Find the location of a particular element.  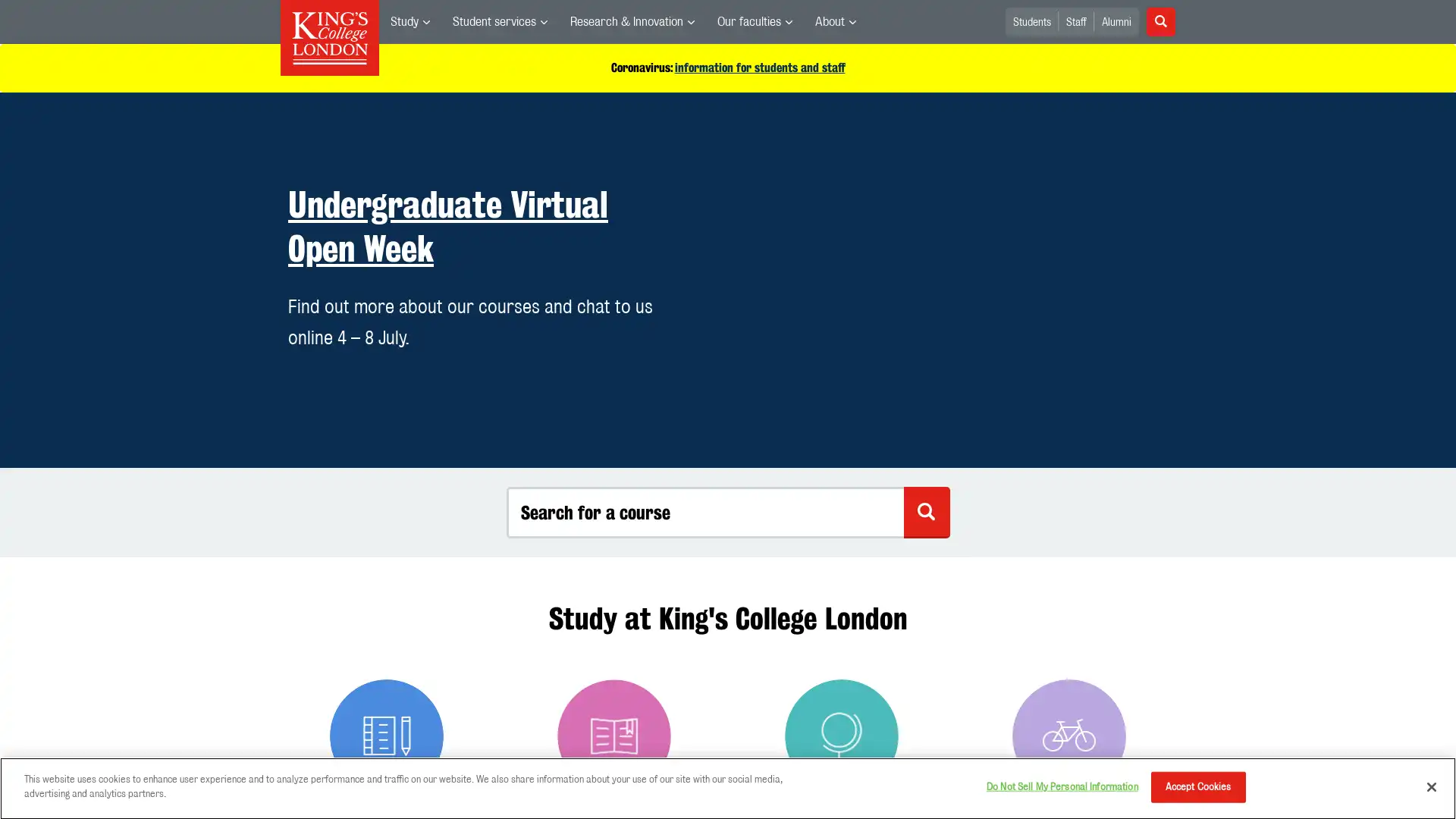

Do Not Sell My Personal Information is located at coordinates (1061, 786).